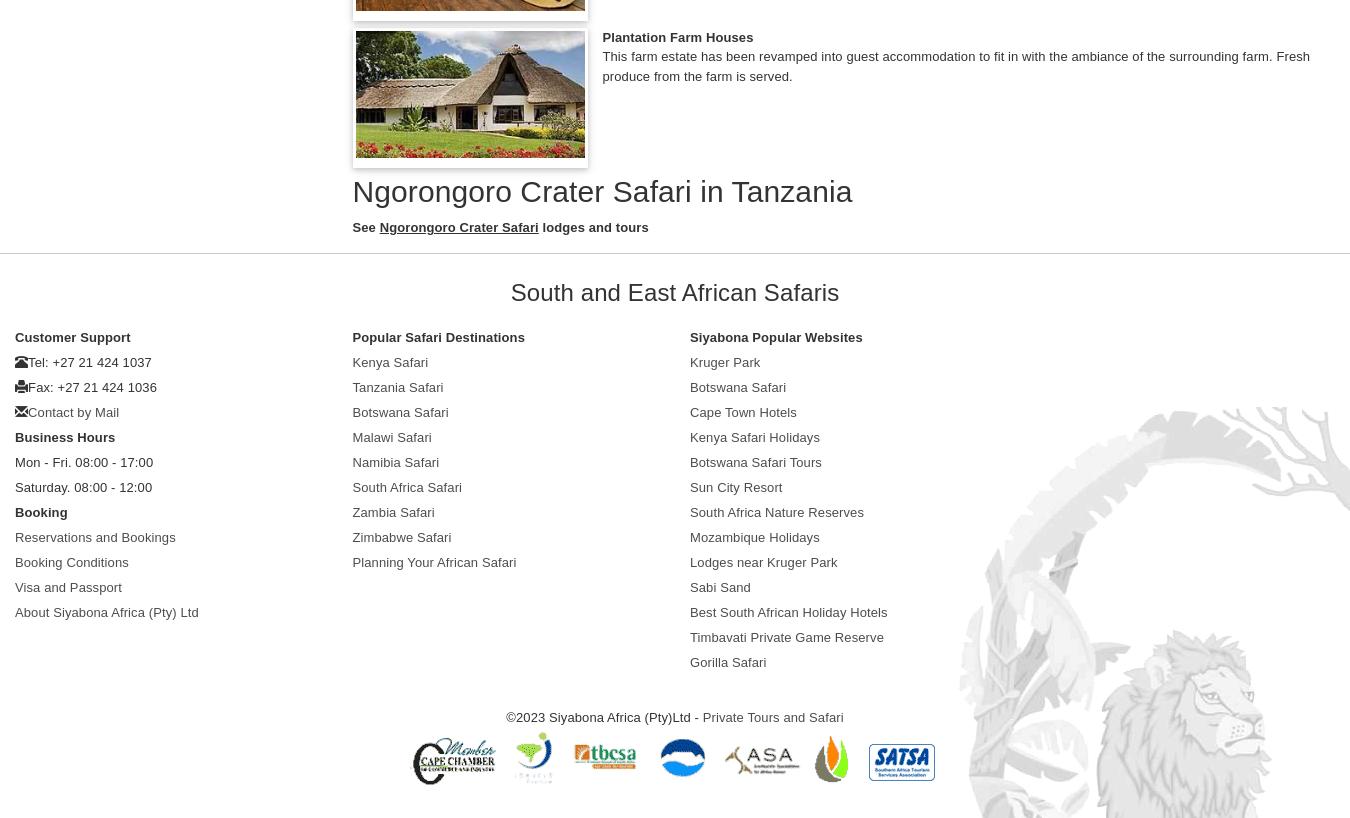 This screenshot has height=818, width=1350. Describe the element at coordinates (365, 226) in the screenshot. I see `'See'` at that location.